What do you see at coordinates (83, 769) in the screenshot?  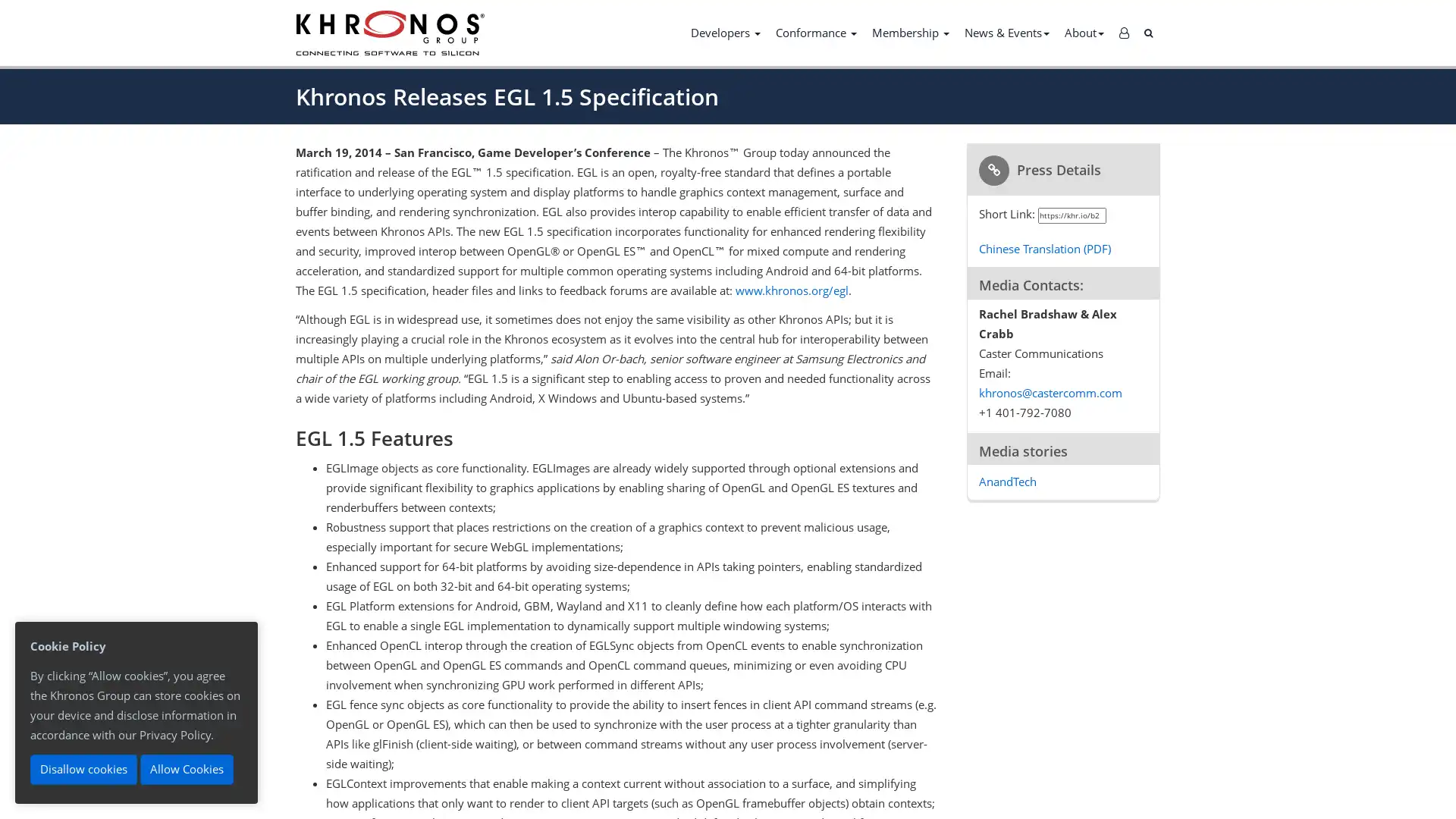 I see `Disallow cookies` at bounding box center [83, 769].